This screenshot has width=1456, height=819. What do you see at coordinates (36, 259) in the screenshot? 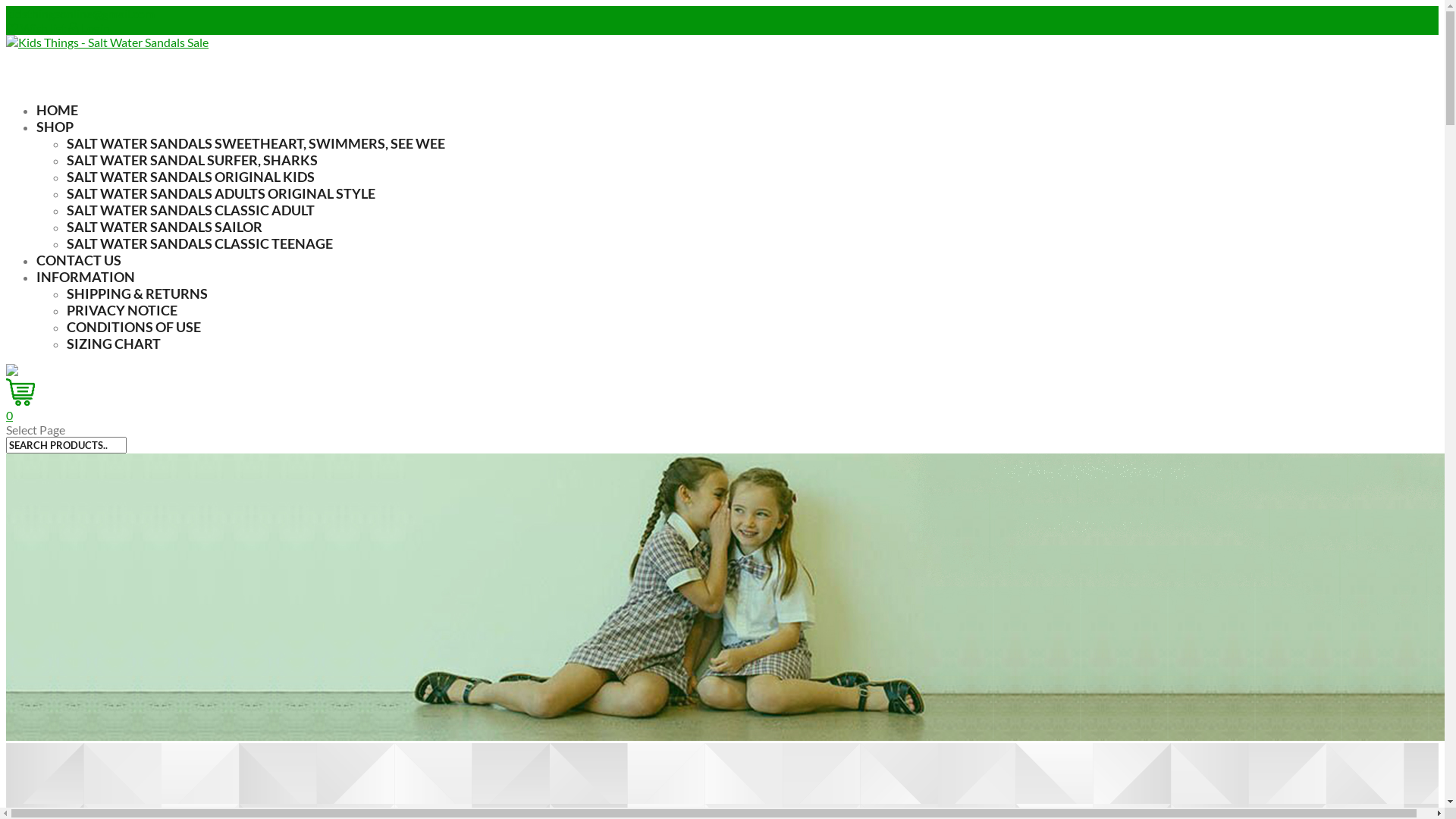
I see `'CONTACT US'` at bounding box center [36, 259].